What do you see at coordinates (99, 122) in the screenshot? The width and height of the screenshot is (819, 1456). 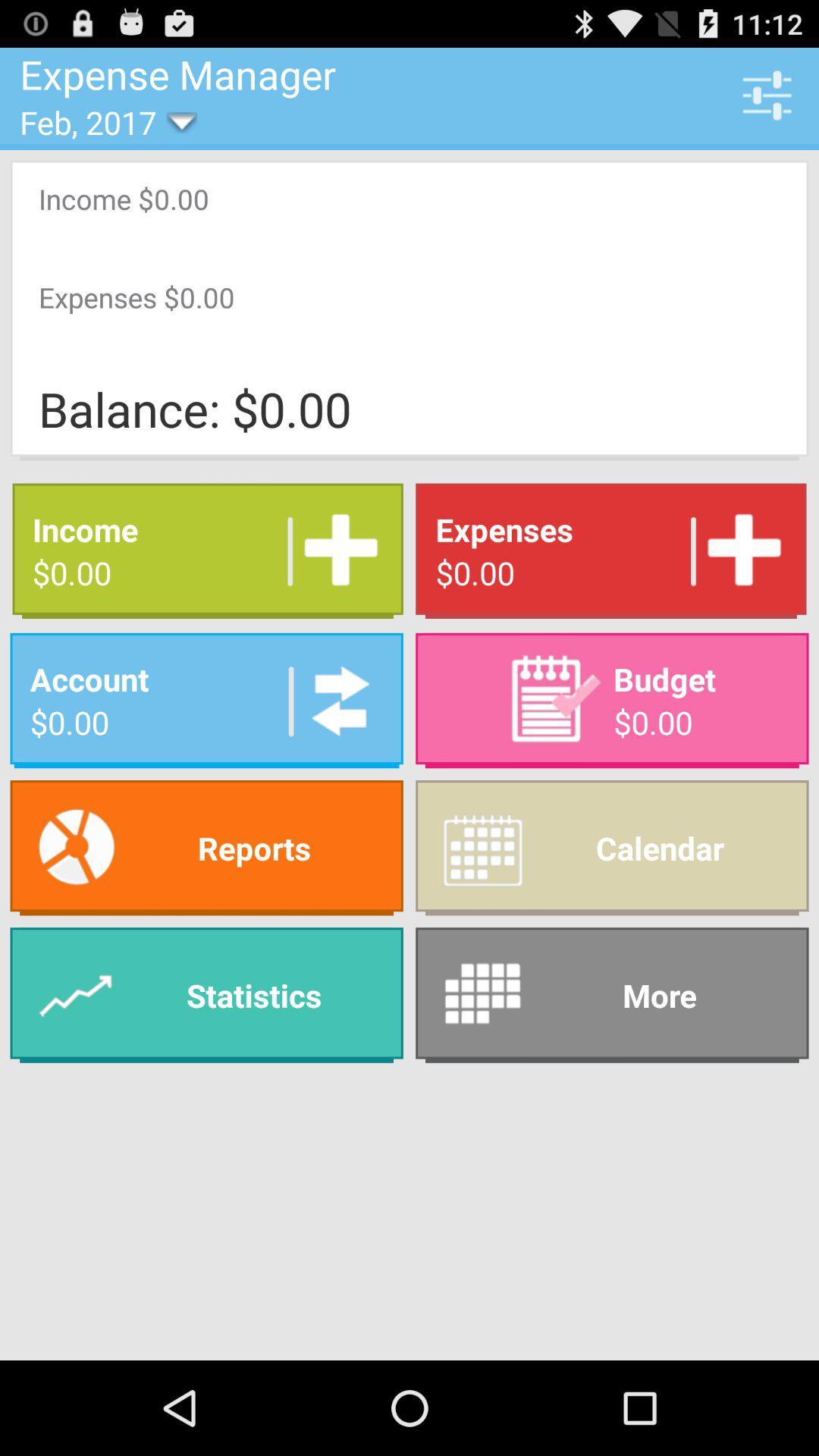 I see `the feb, 2017 icon` at bounding box center [99, 122].